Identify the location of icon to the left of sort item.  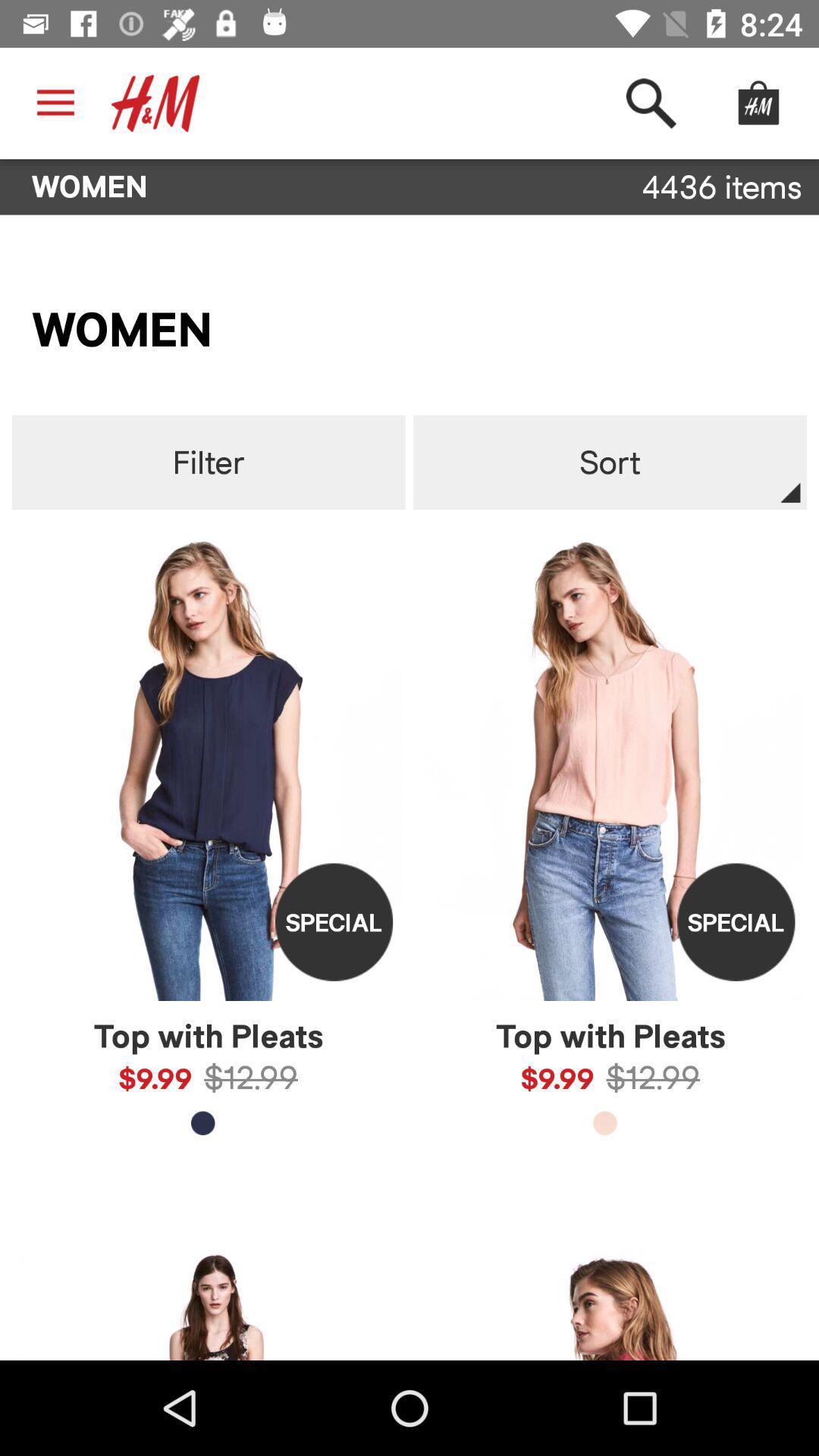
(209, 462).